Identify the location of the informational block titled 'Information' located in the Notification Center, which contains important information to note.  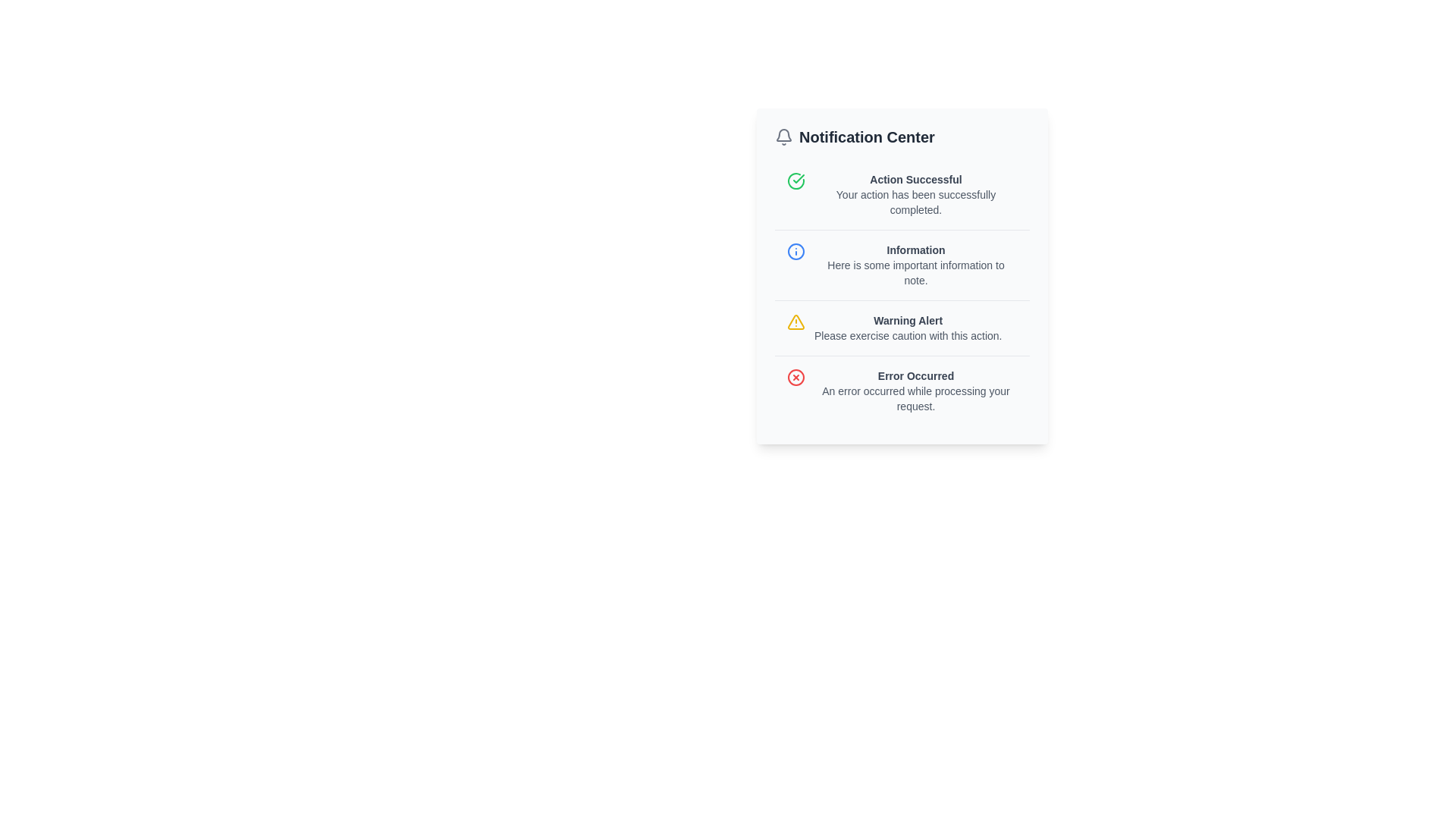
(915, 265).